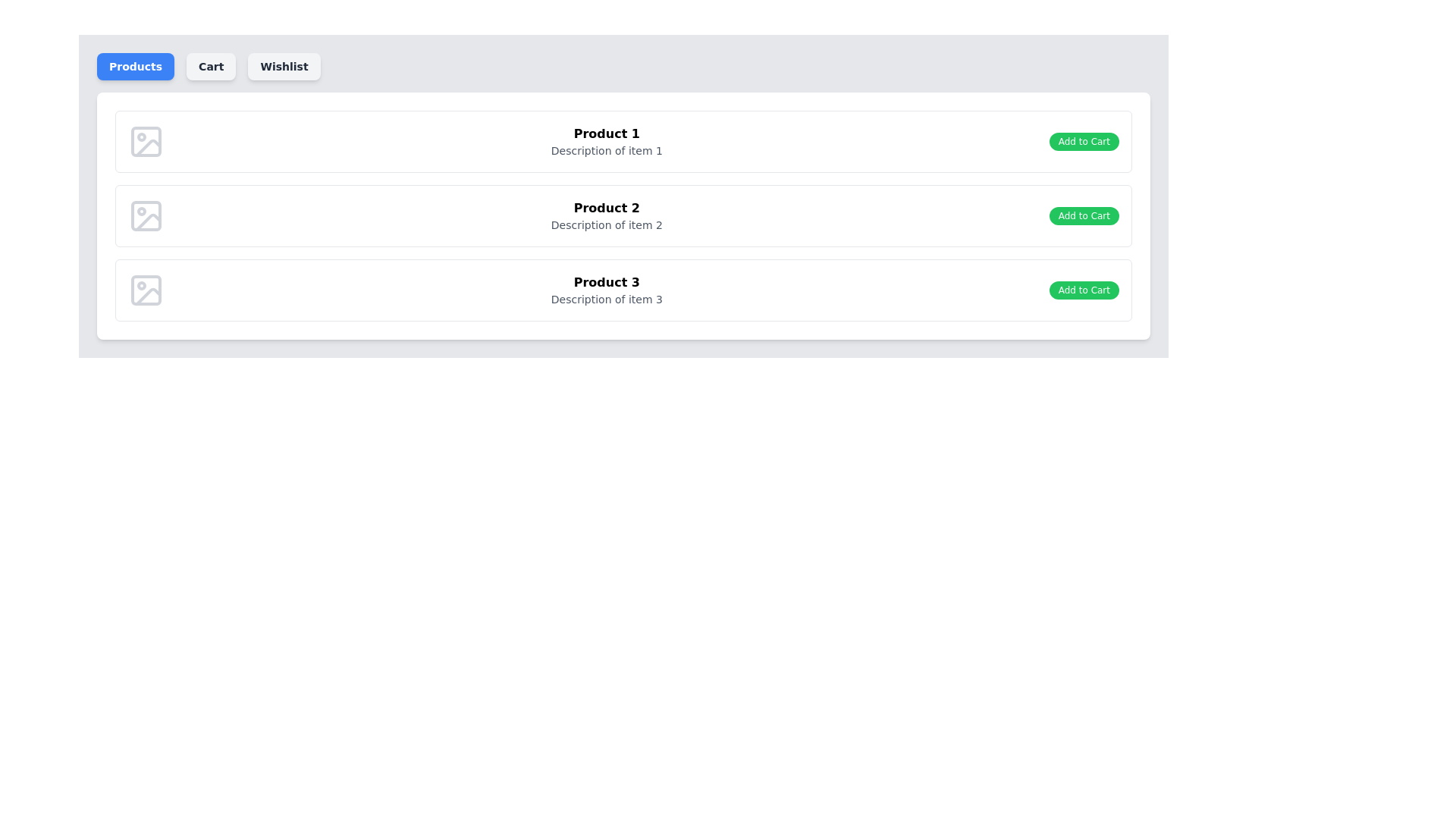  What do you see at coordinates (146, 290) in the screenshot?
I see `the image placeholder icon located in the third product card` at bounding box center [146, 290].